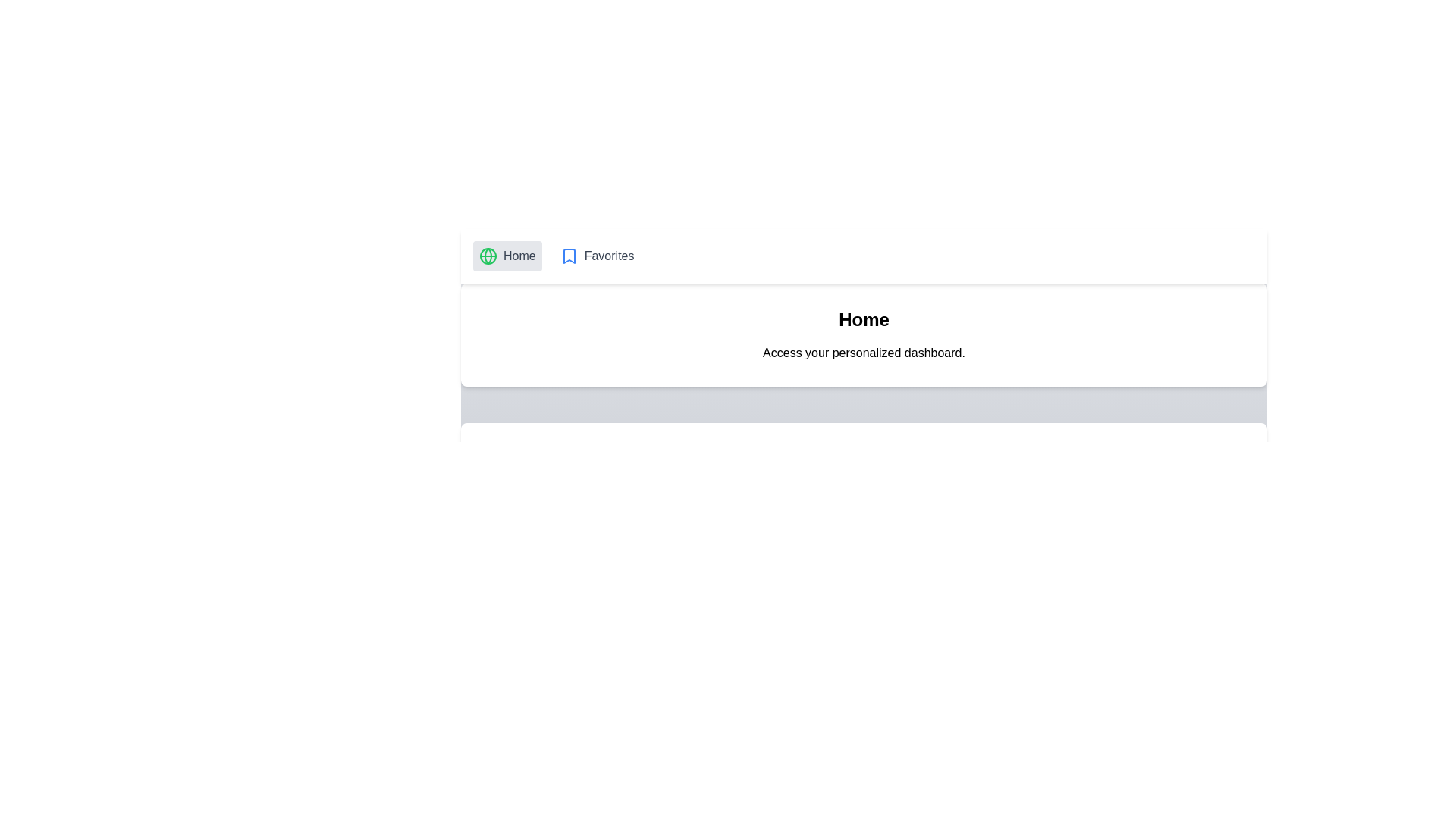  What do you see at coordinates (568, 256) in the screenshot?
I see `the 'Favorites' bookmark icon located in the menu, positioned to the left of the 'Favorites' text label` at bounding box center [568, 256].